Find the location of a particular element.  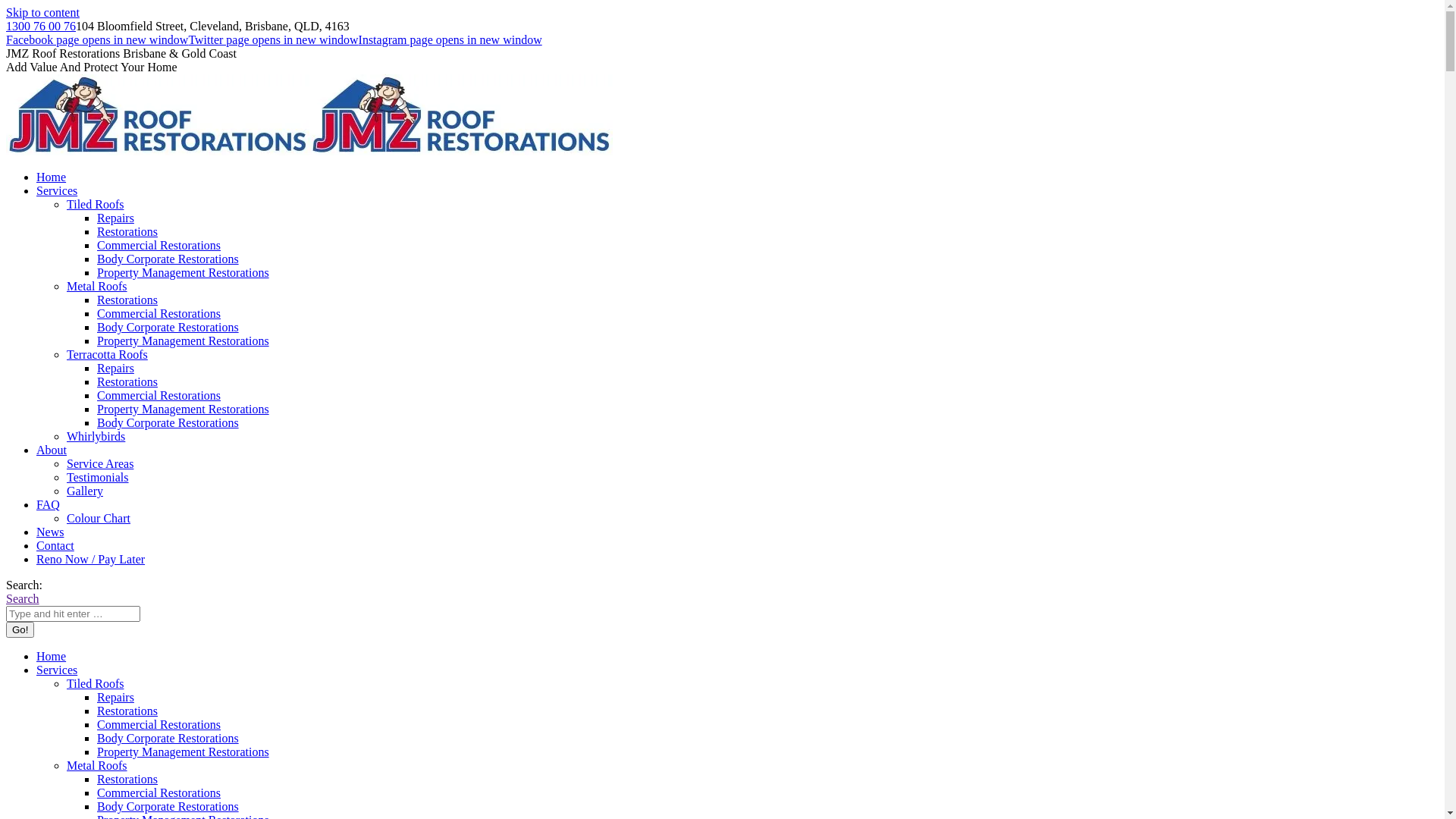

'Whirlybirds' is located at coordinates (65, 436).